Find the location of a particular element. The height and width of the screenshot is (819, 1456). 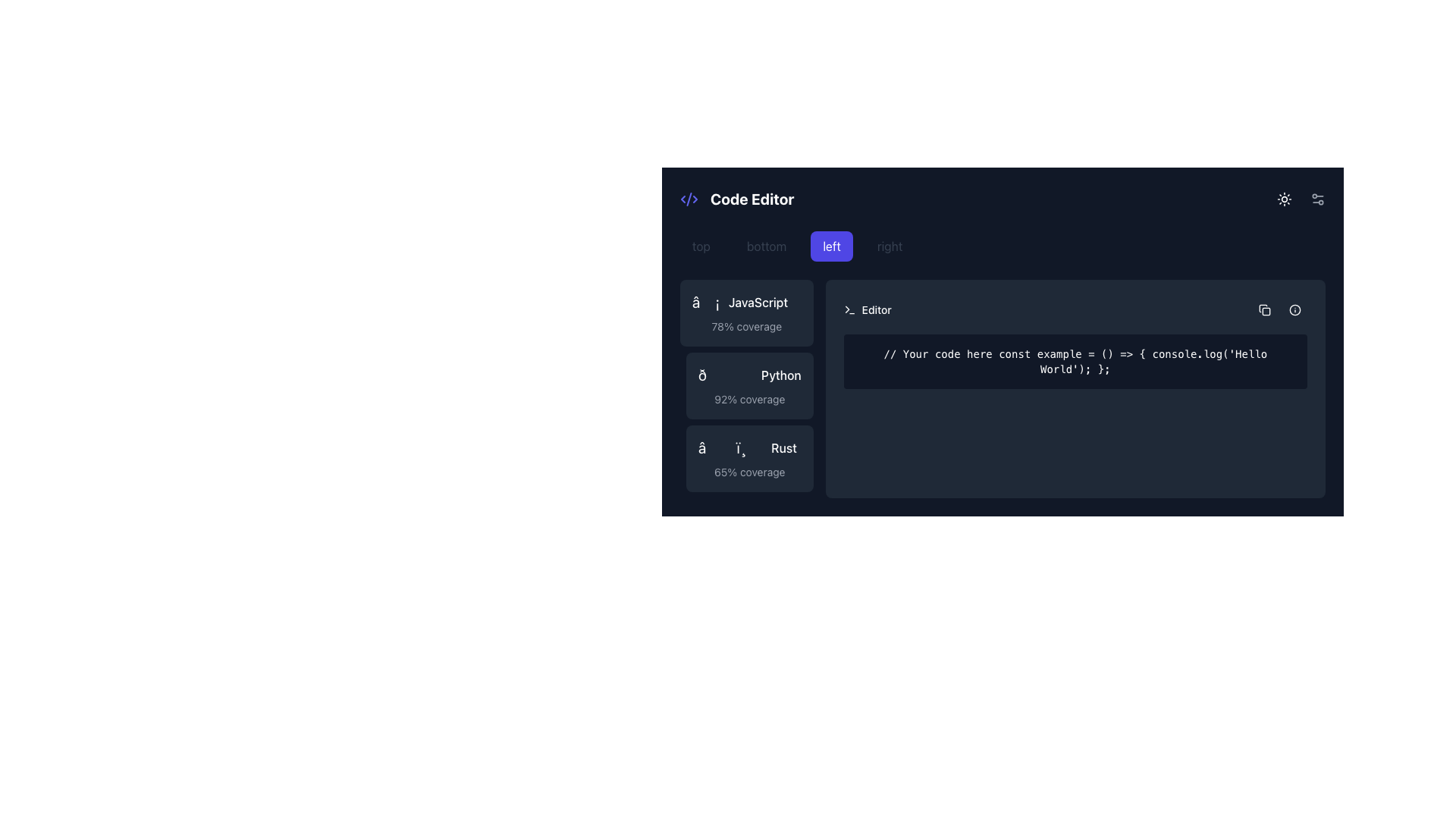

the Text label with the lightning icon and the text 'JavaScript' in the first position of the list in the sidebar is located at coordinates (746, 302).